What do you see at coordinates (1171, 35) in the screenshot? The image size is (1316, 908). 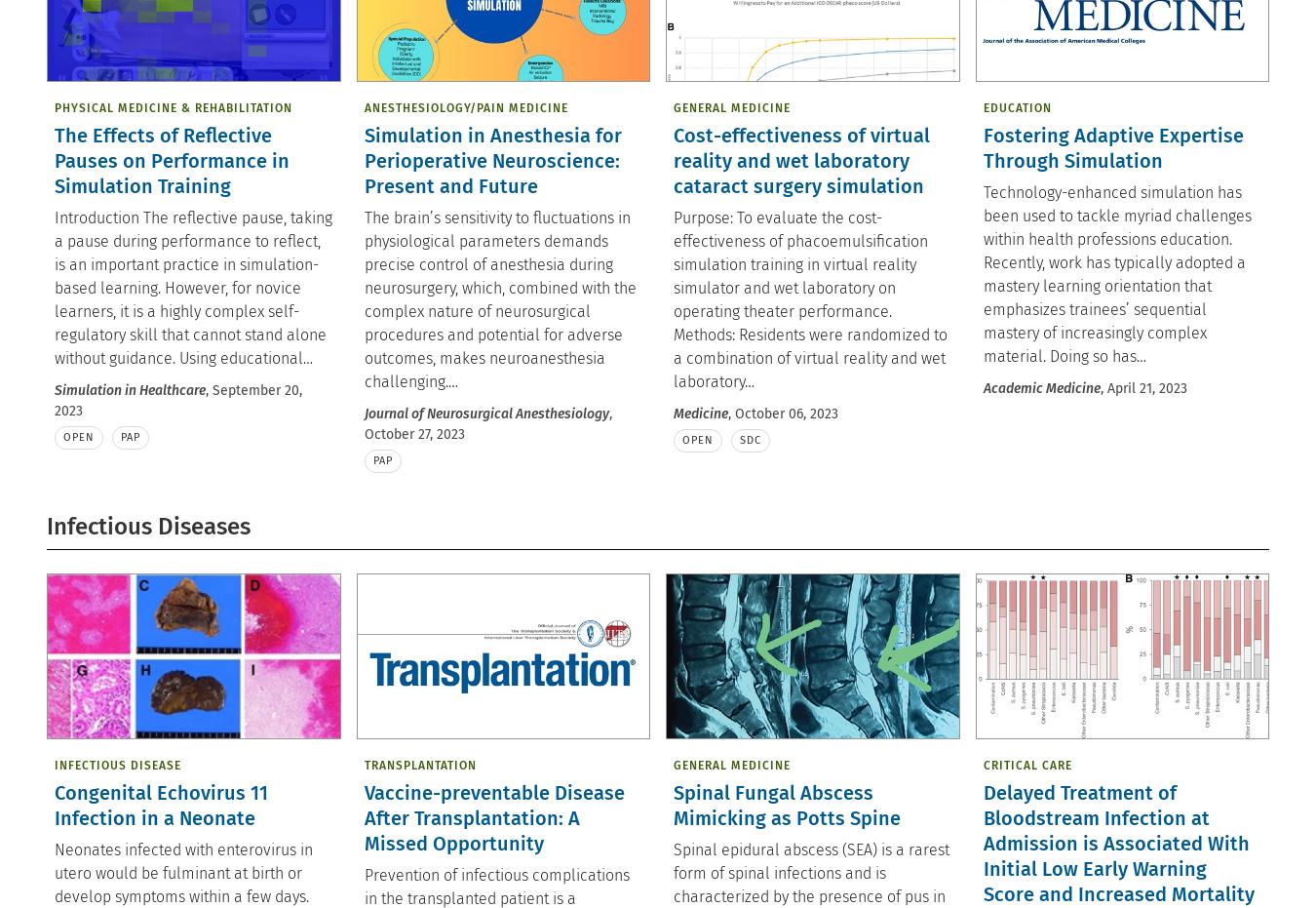 I see `'Submit a Service Request'` at bounding box center [1171, 35].